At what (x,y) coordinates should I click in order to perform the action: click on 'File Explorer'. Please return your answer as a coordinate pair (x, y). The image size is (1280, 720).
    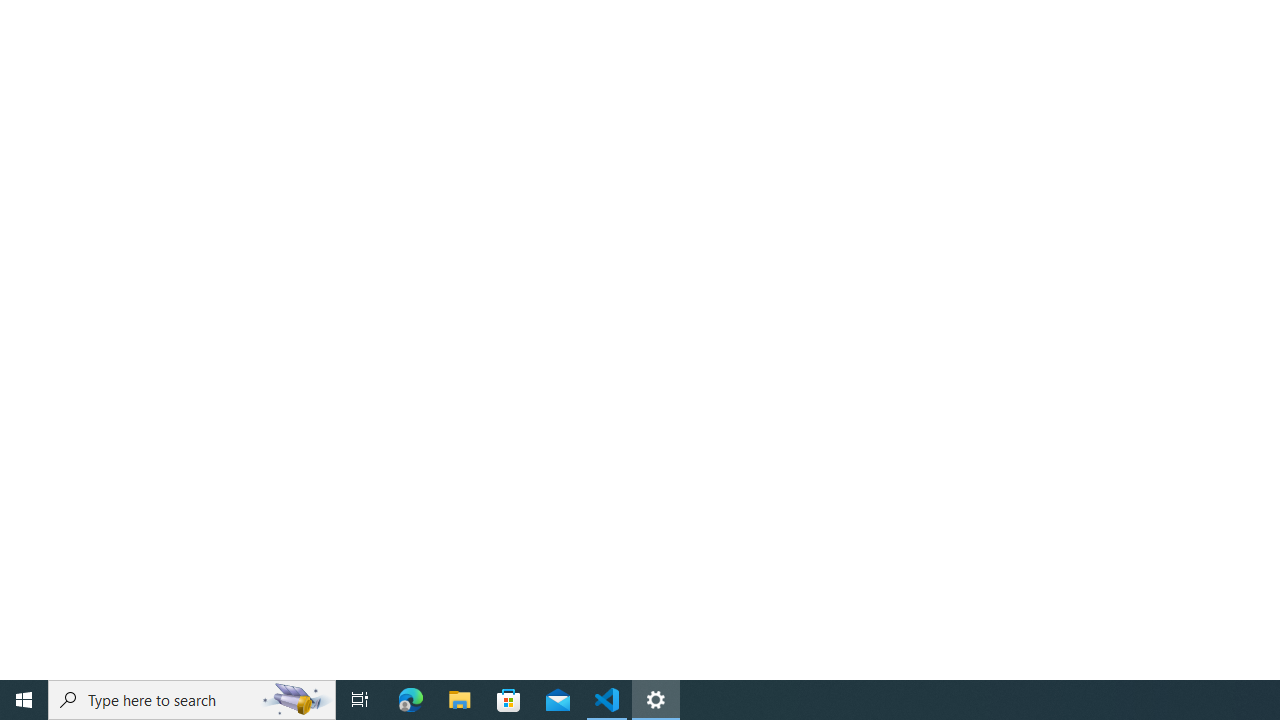
    Looking at the image, I should click on (459, 698).